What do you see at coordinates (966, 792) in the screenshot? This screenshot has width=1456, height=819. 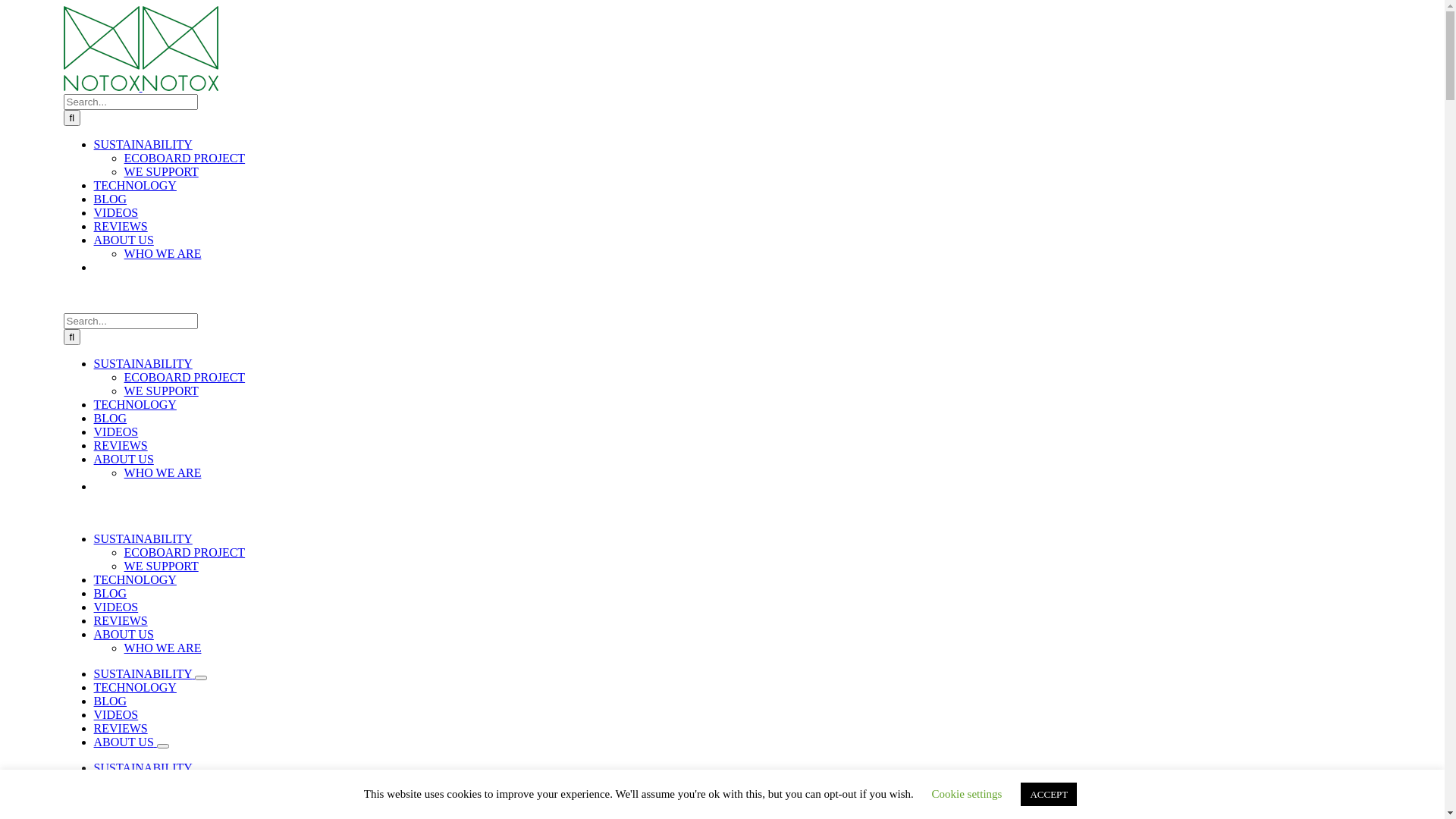 I see `'Cookie settings'` at bounding box center [966, 792].